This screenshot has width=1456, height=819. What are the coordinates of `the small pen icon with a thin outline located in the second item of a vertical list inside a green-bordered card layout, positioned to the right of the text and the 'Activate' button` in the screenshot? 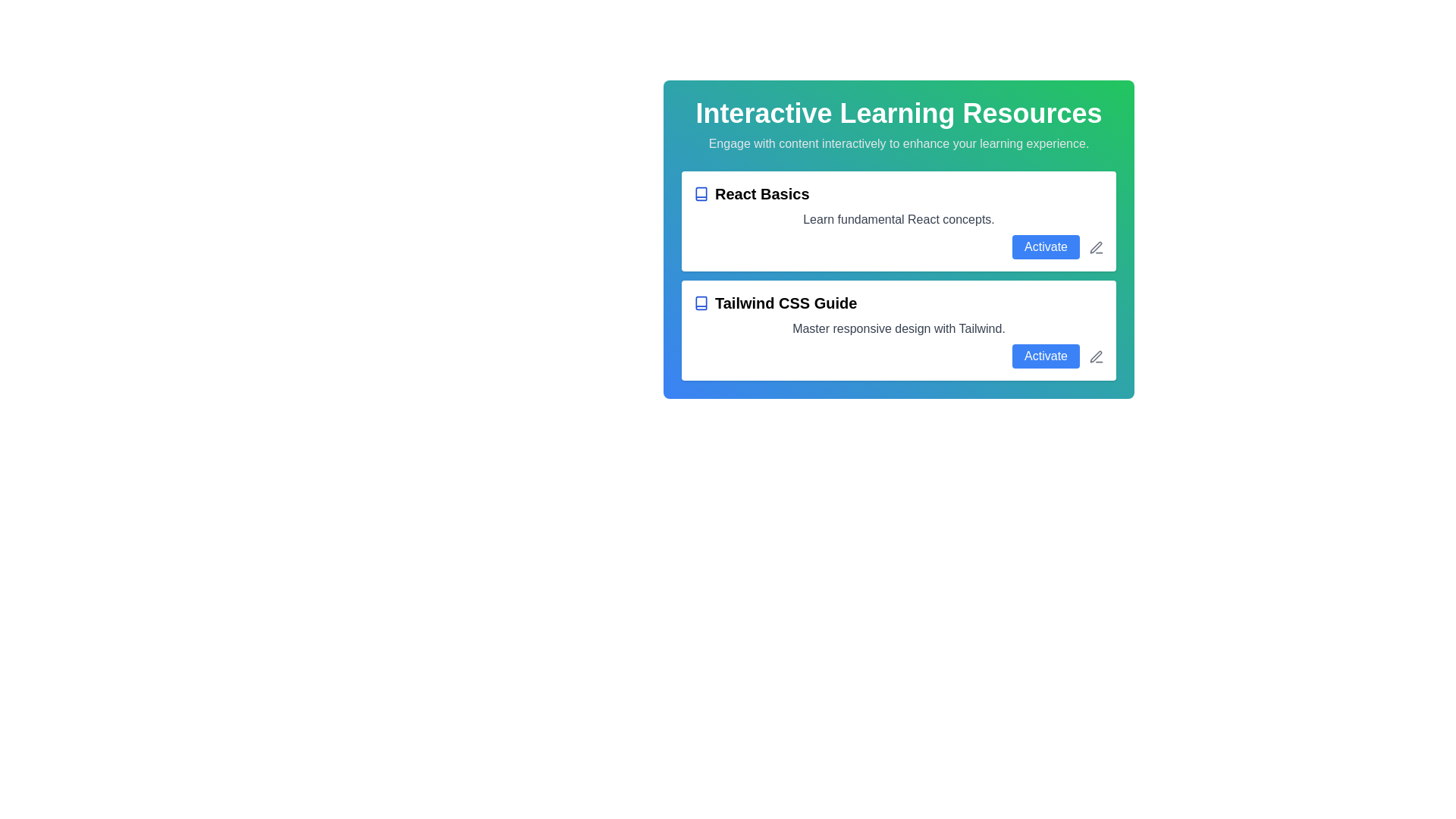 It's located at (1096, 356).